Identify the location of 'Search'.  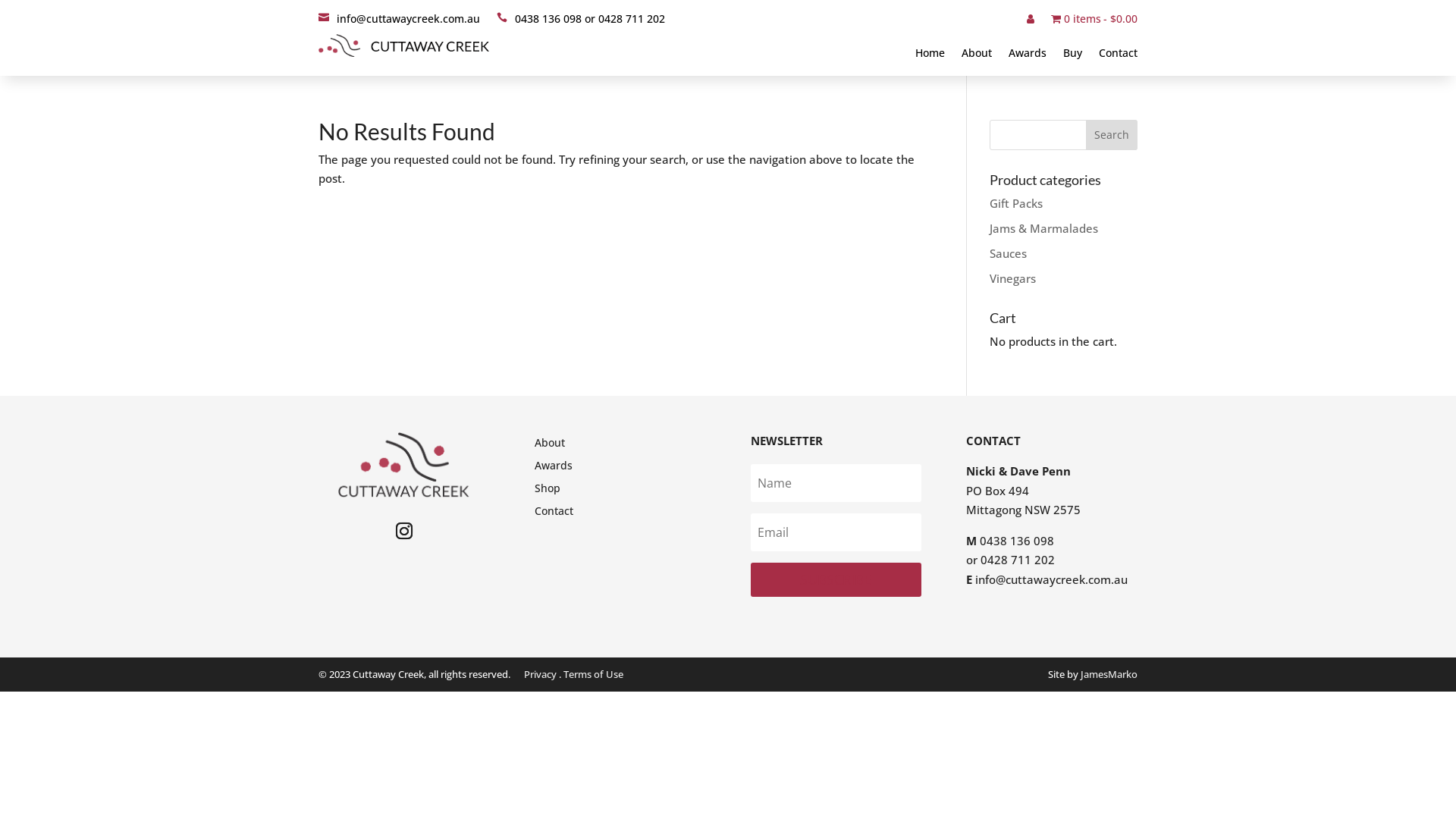
(1084, 133).